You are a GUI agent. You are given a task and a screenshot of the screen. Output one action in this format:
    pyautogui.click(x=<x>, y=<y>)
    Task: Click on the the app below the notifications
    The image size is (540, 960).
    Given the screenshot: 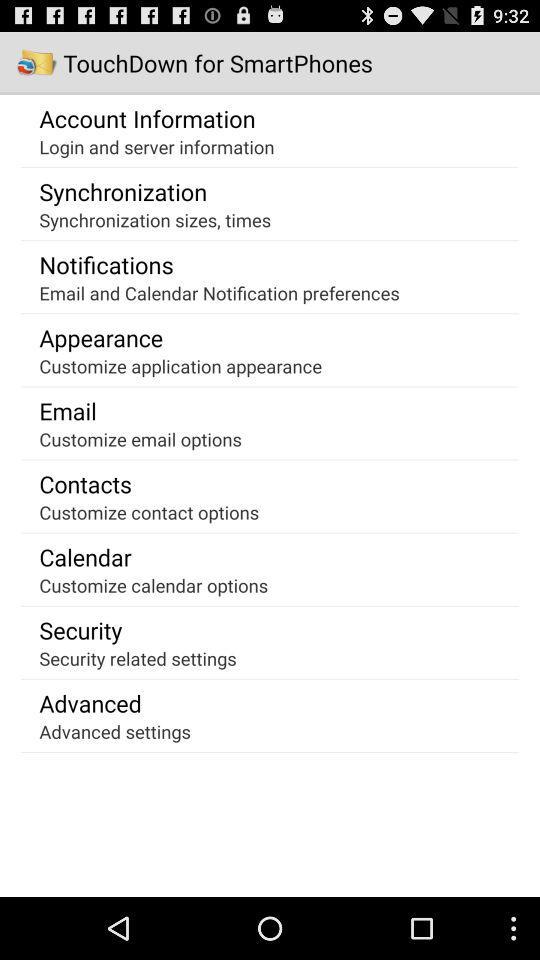 What is the action you would take?
    pyautogui.click(x=218, y=291)
    